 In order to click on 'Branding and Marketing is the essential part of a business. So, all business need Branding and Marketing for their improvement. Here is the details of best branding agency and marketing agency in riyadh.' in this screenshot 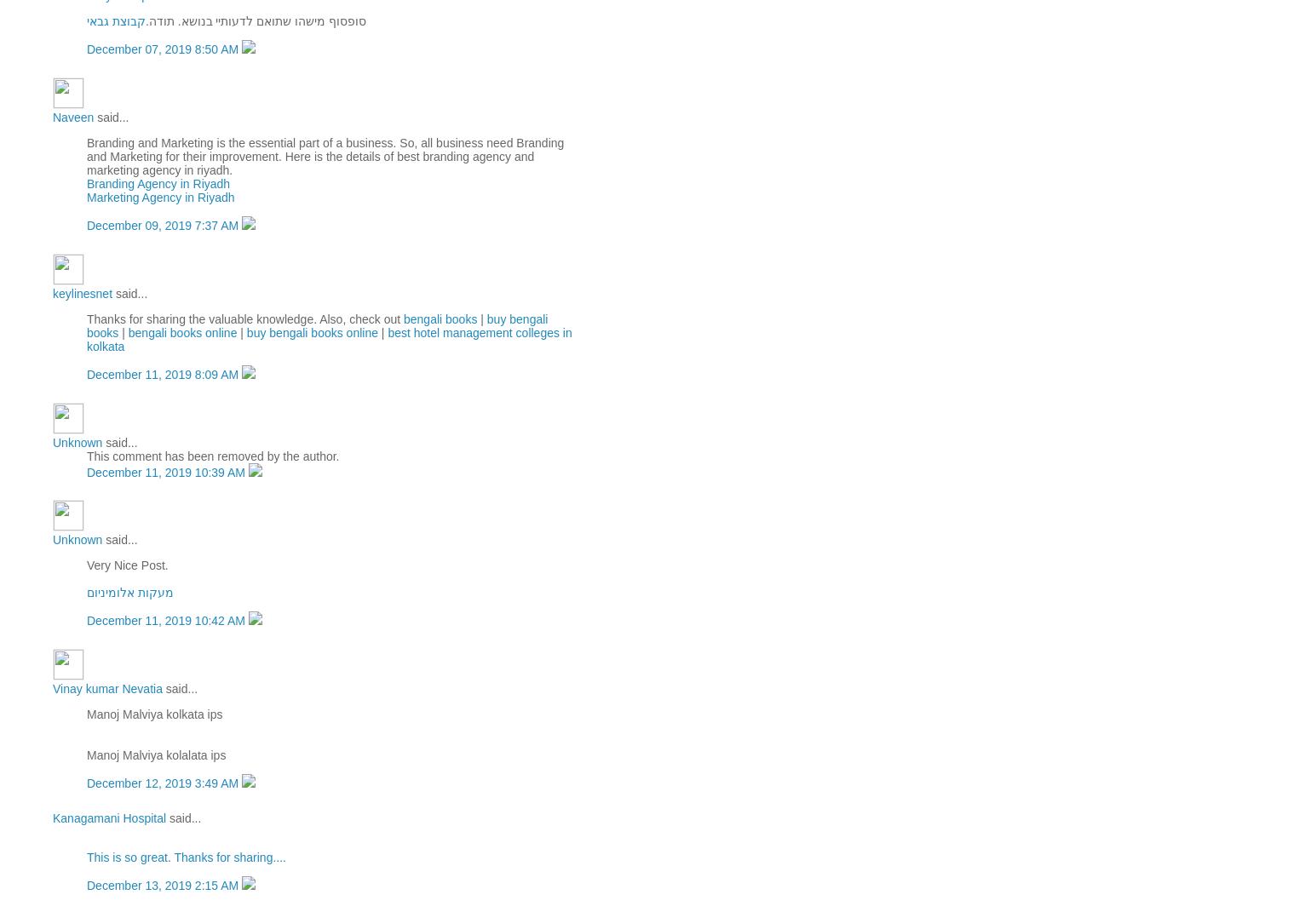, I will do `click(324, 155)`.